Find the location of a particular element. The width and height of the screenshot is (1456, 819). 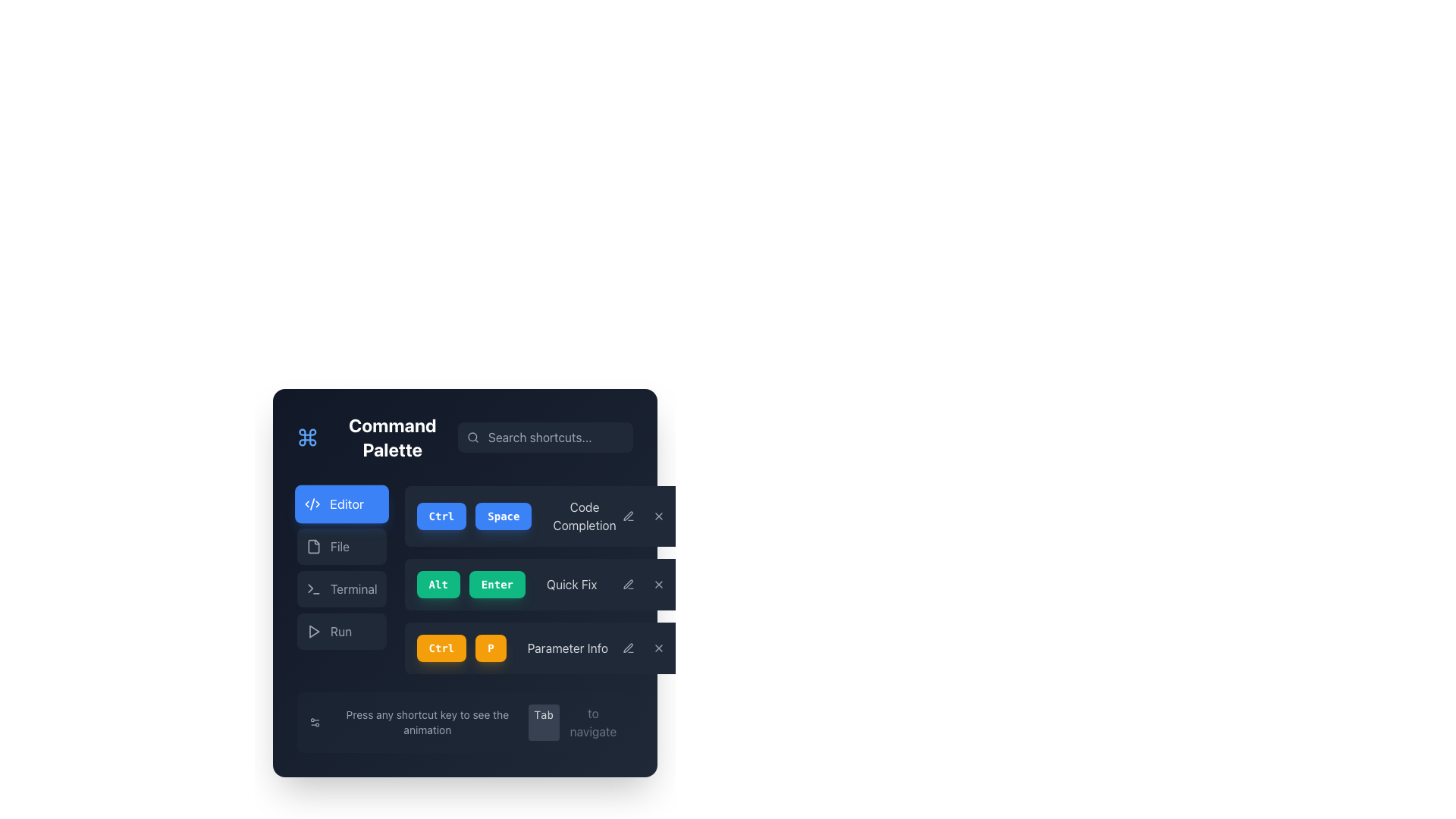

the interactive button that is the third option in a vertical list, which likely navigates to a terminal view is located at coordinates (340, 588).